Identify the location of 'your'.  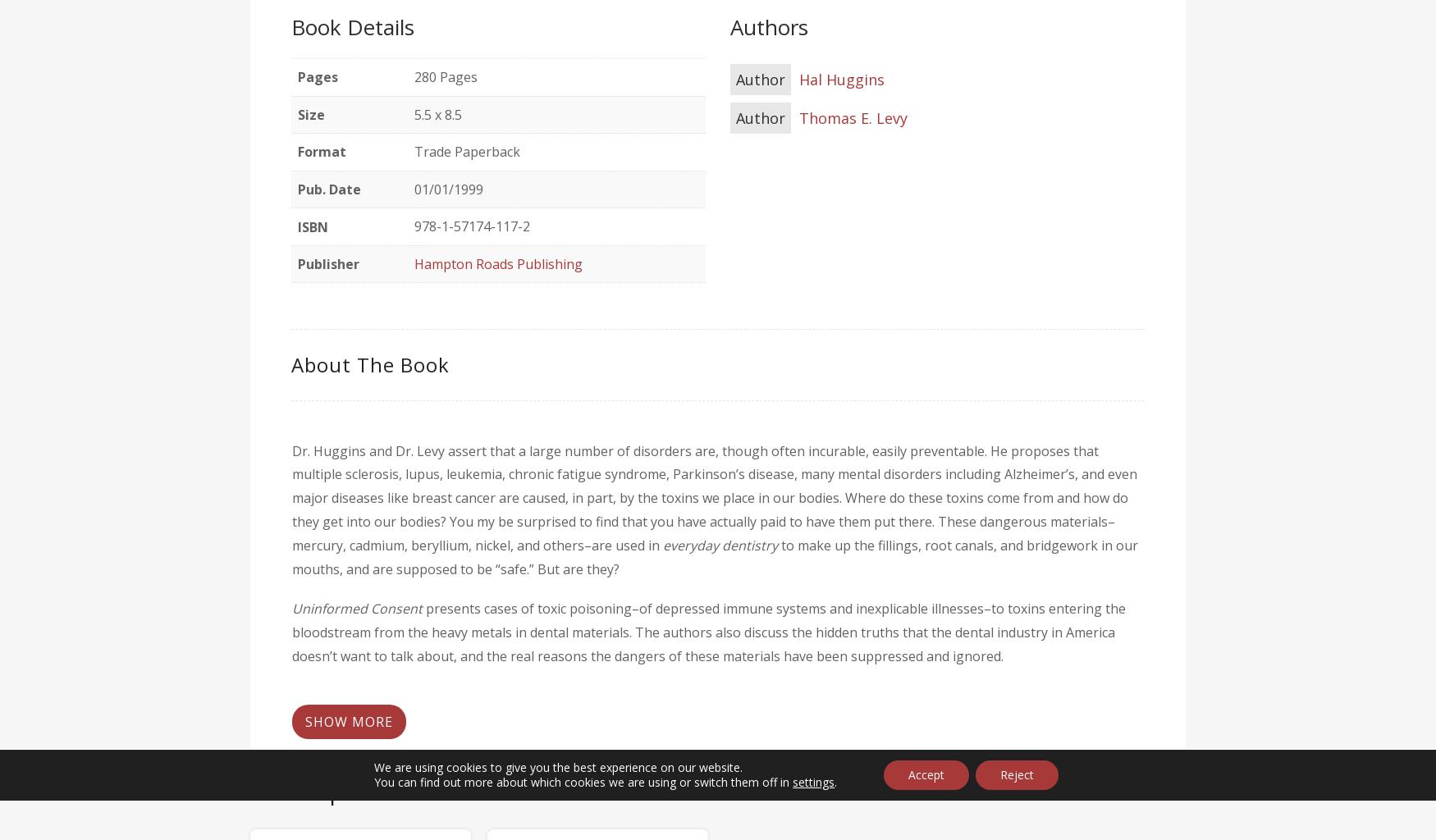
(545, 742).